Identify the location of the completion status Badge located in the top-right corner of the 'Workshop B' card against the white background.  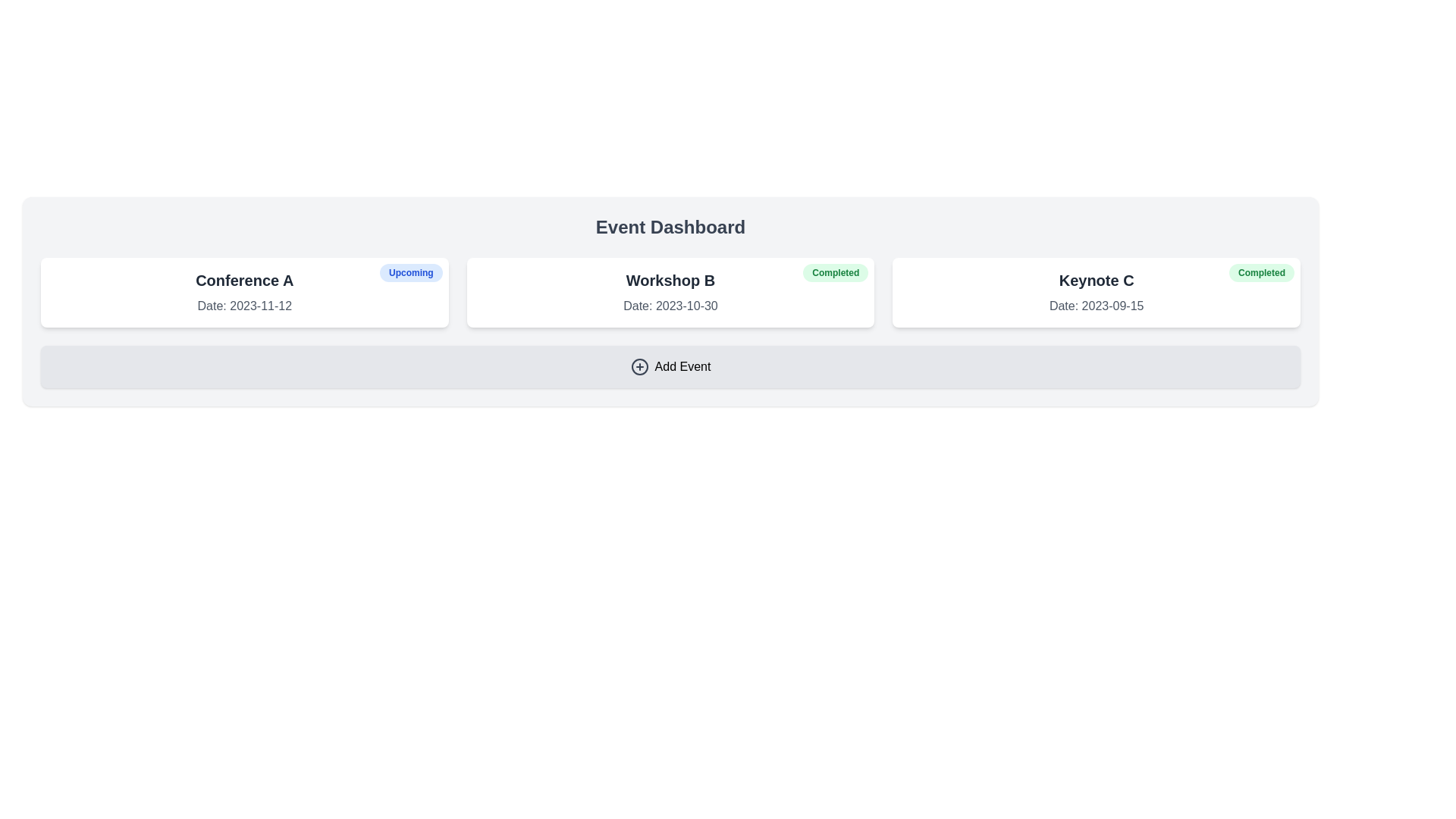
(835, 271).